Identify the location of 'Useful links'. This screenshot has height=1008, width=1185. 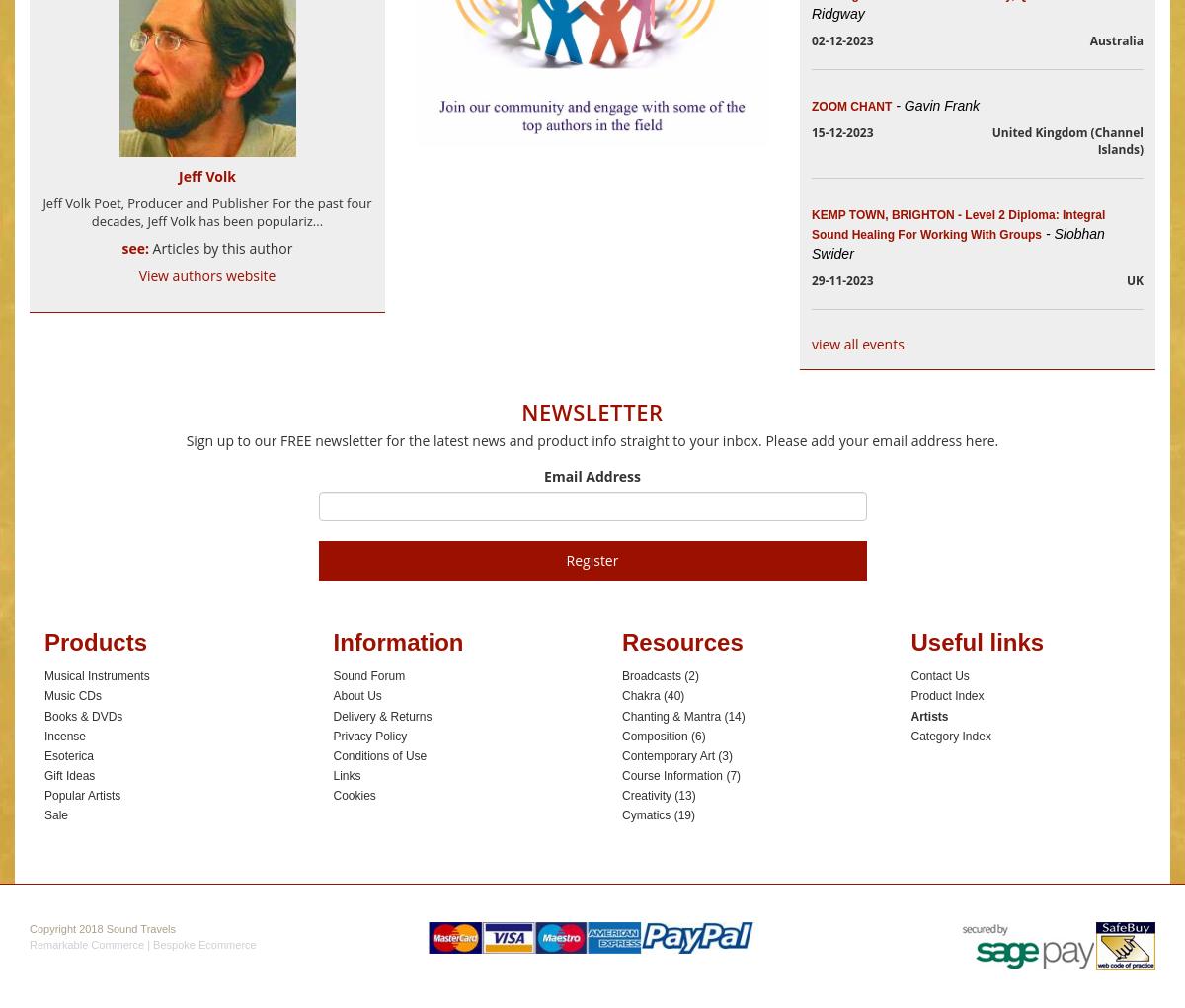
(977, 640).